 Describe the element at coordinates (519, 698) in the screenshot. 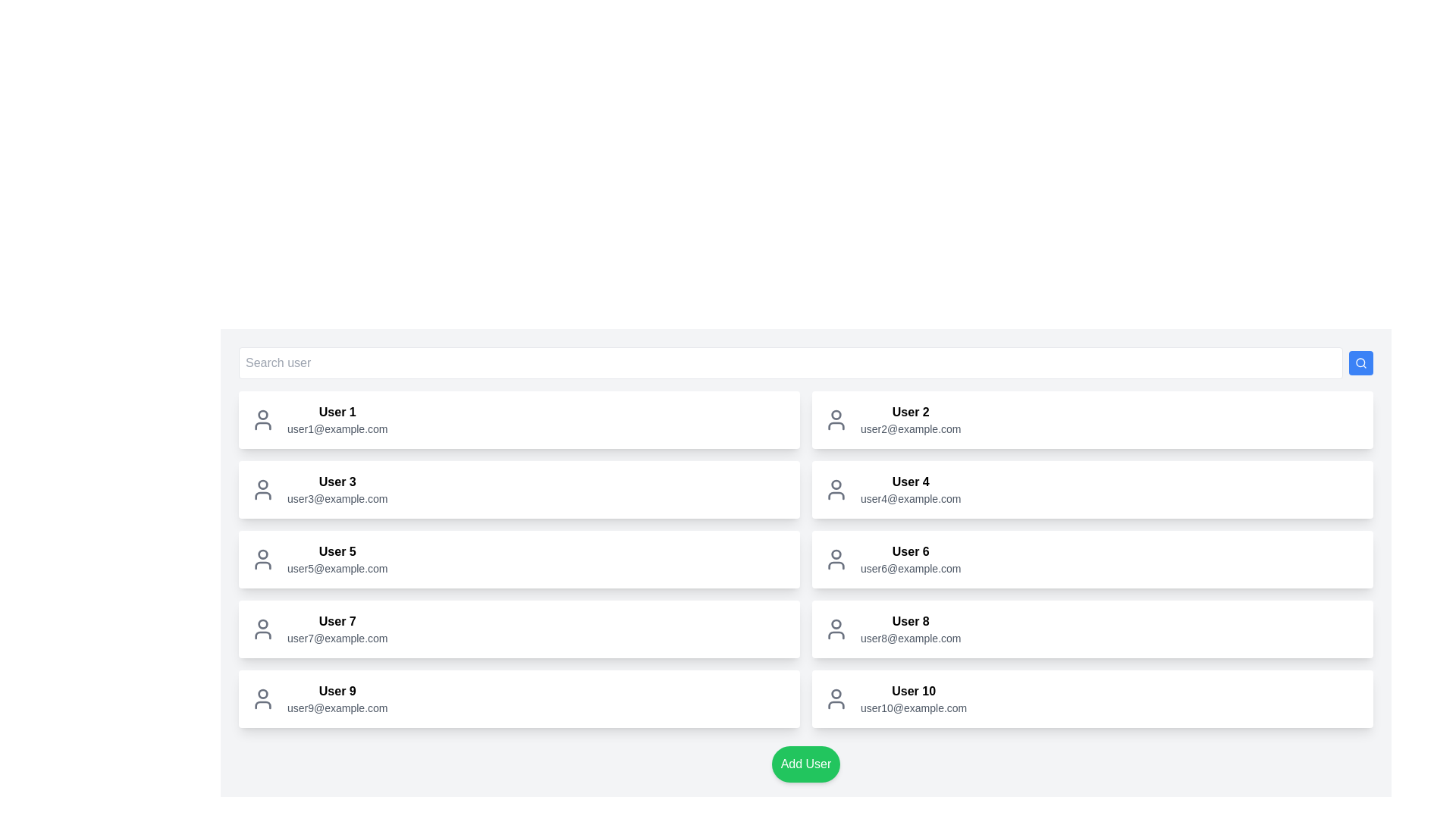

I see `the ninth user card in the left-most column of the two-column grid` at that location.